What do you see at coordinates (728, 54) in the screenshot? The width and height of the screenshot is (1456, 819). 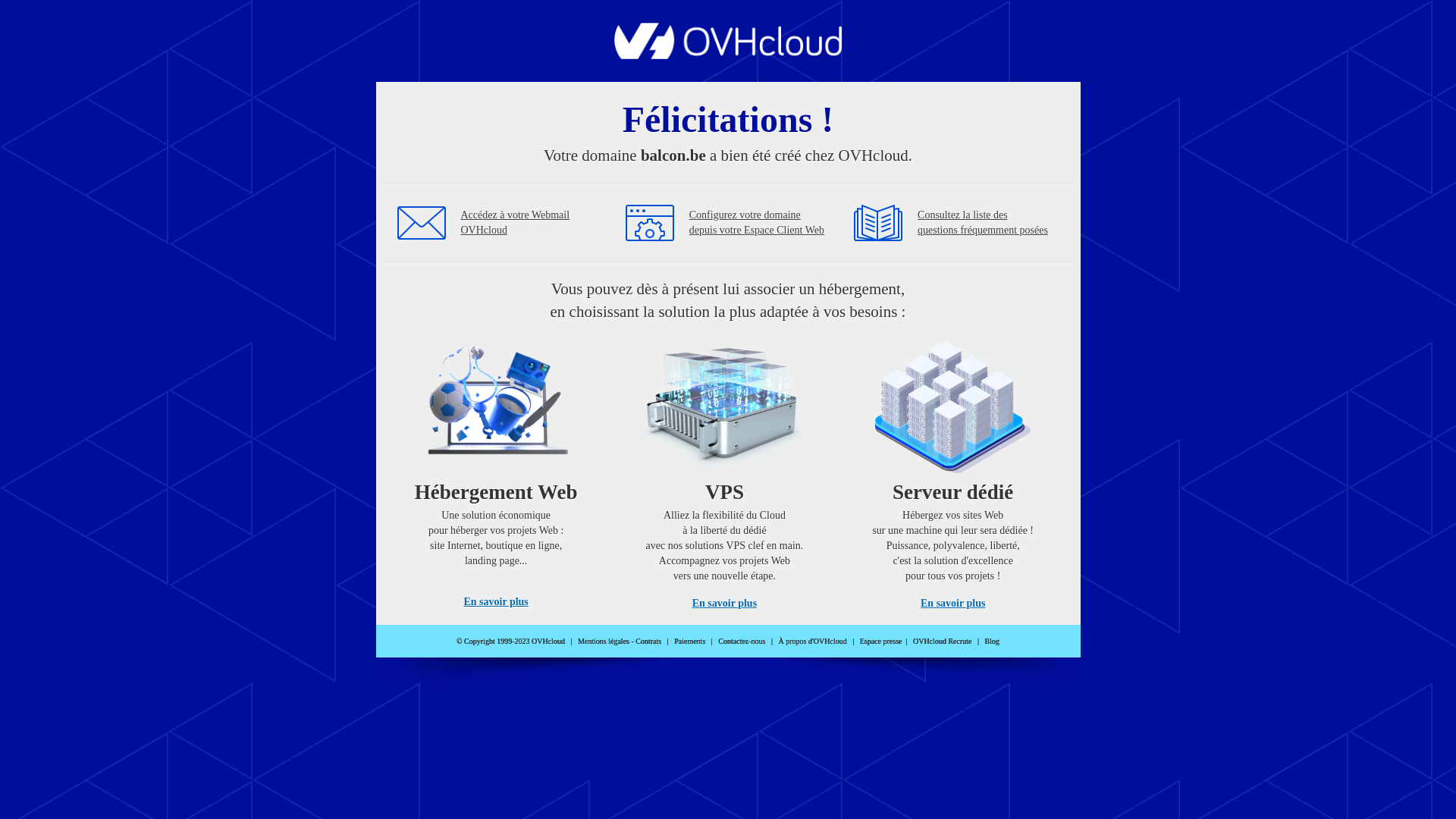 I see `'OVHcloud'` at bounding box center [728, 54].